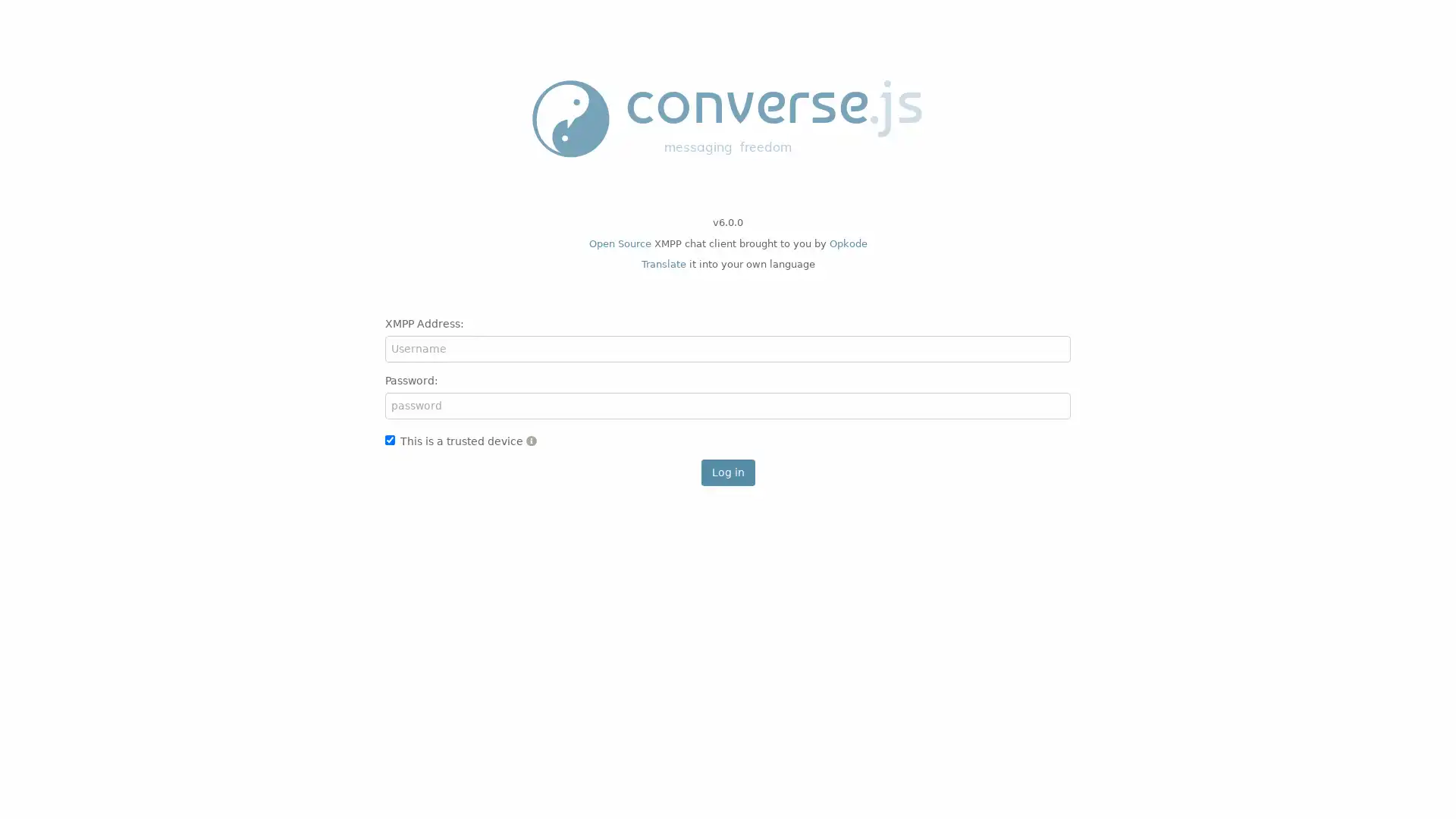  What do you see at coordinates (726, 471) in the screenshot?
I see `Log in` at bounding box center [726, 471].